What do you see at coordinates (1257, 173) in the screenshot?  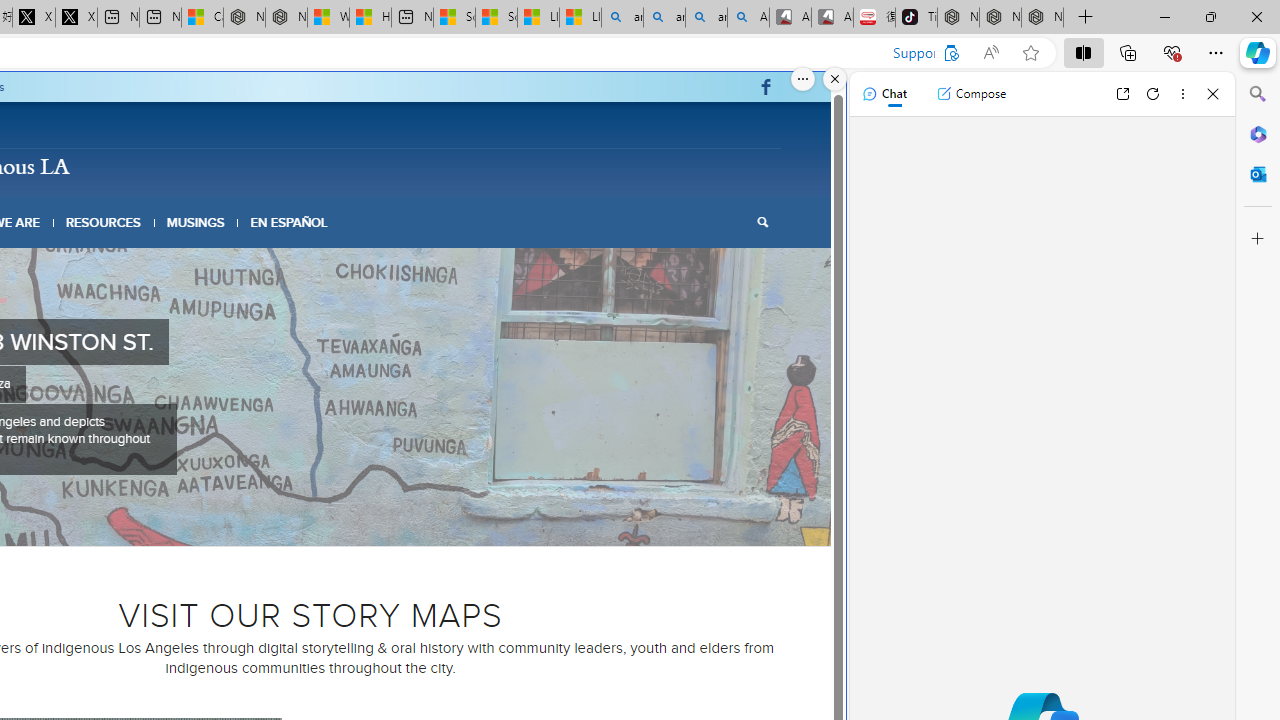 I see `'Outlook'` at bounding box center [1257, 173].